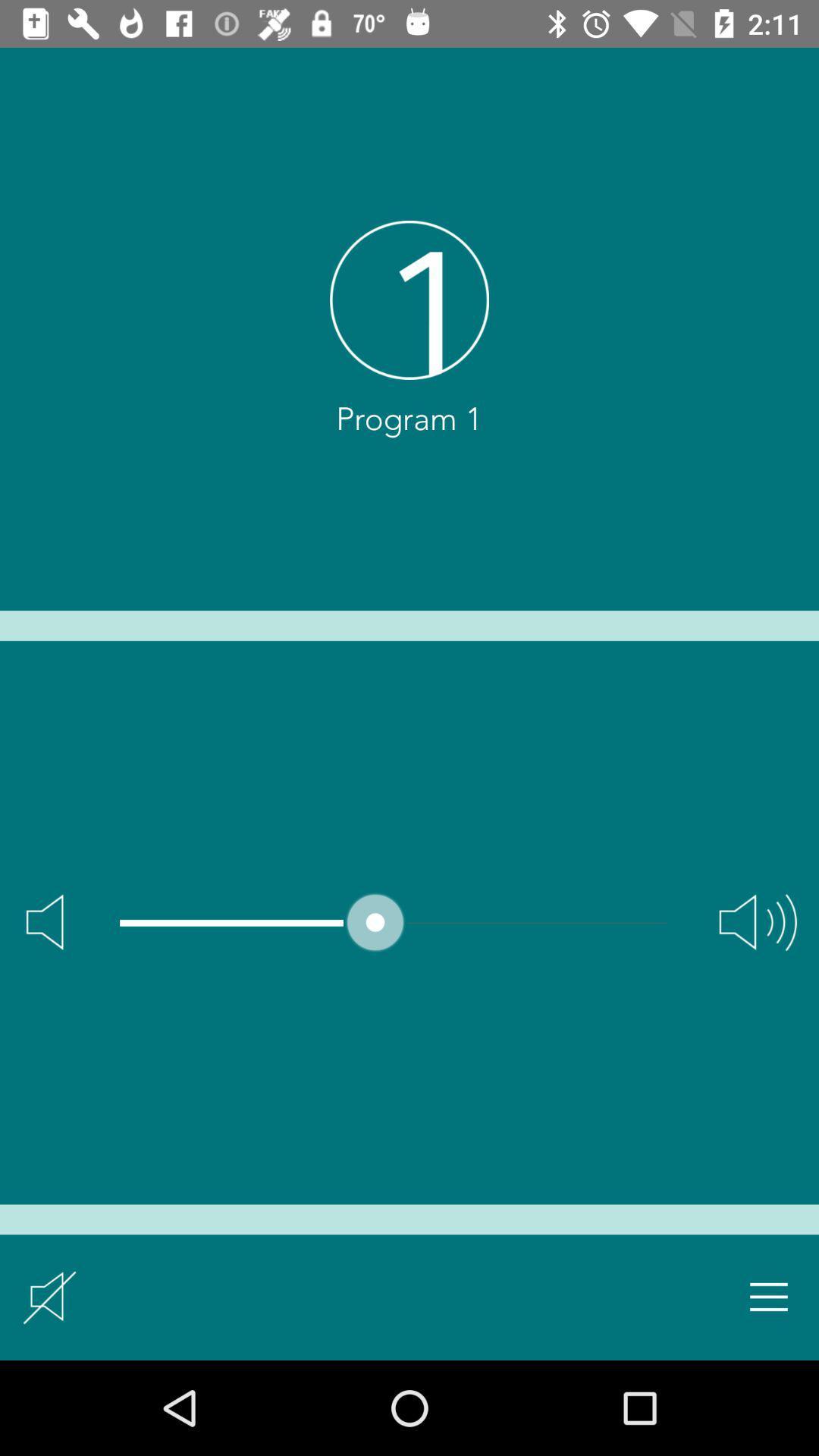 The height and width of the screenshot is (1456, 819). What do you see at coordinates (769, 1296) in the screenshot?
I see `the menu icon` at bounding box center [769, 1296].